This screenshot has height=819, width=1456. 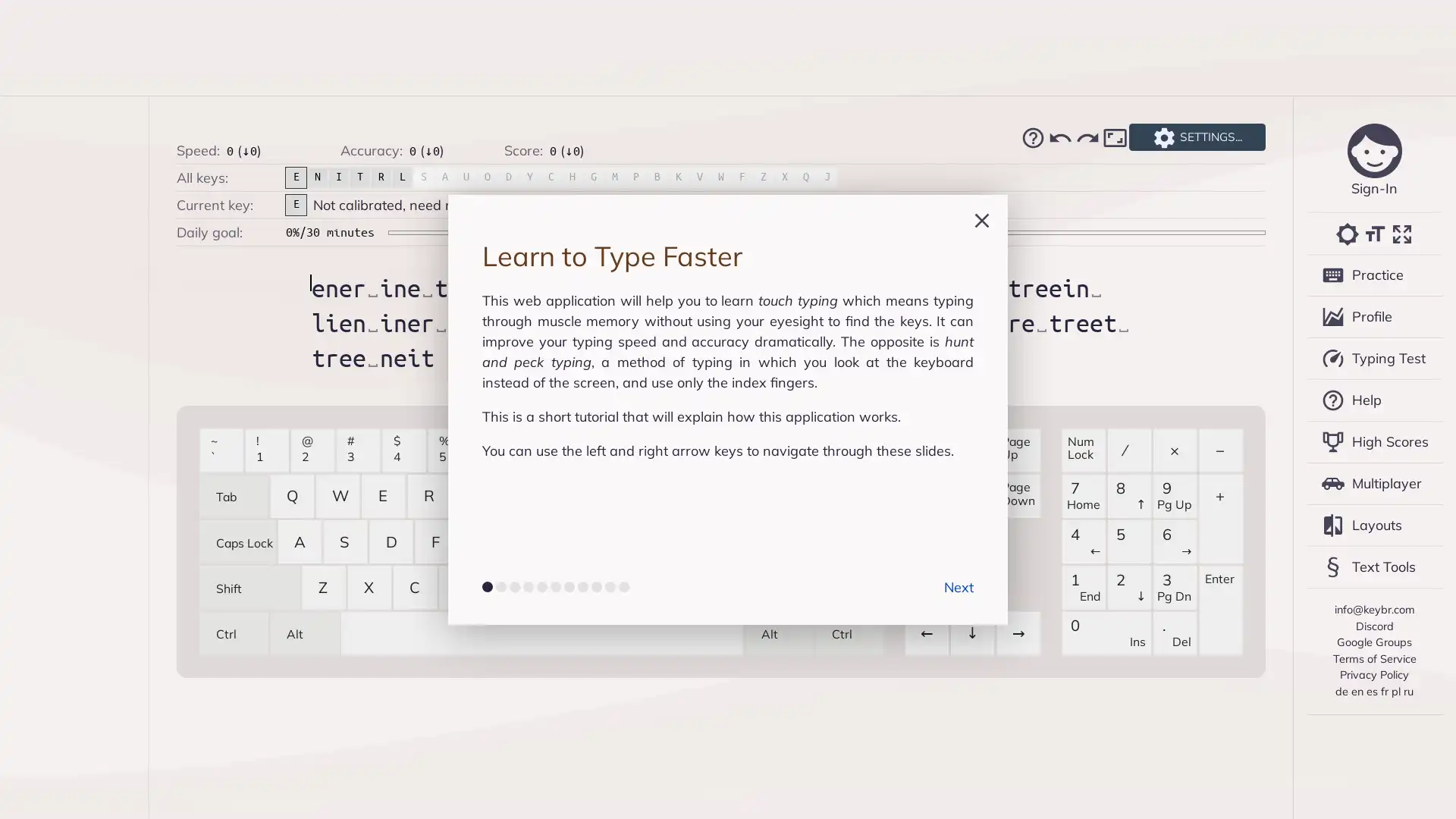 I want to click on Show a guided tour with help slides., so click(x=1032, y=137).